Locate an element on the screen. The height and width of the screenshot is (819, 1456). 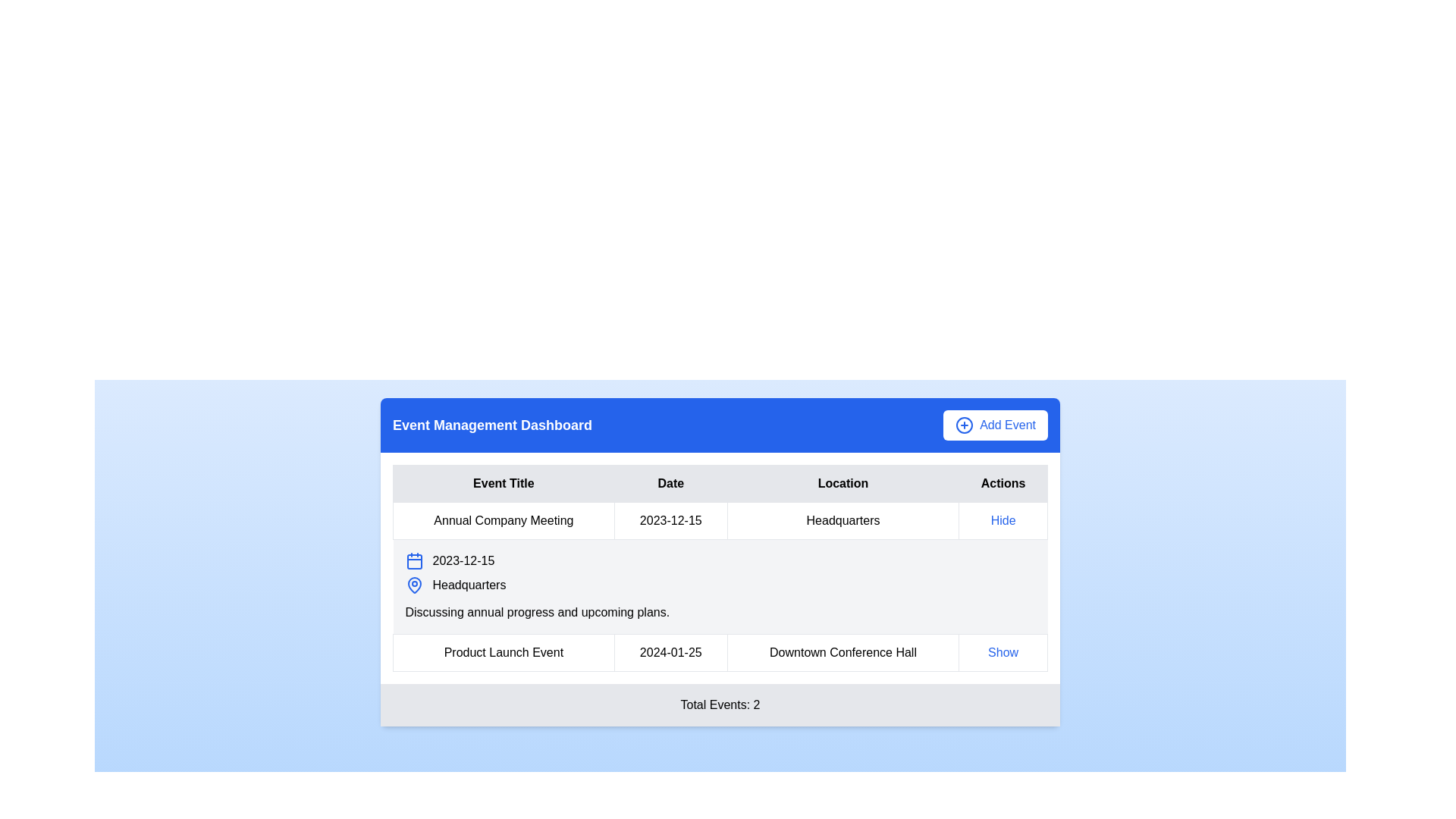
the 'Date' field of the second row in the event management table displaying the 'Annual Company Meeting' details is located at coordinates (720, 568).